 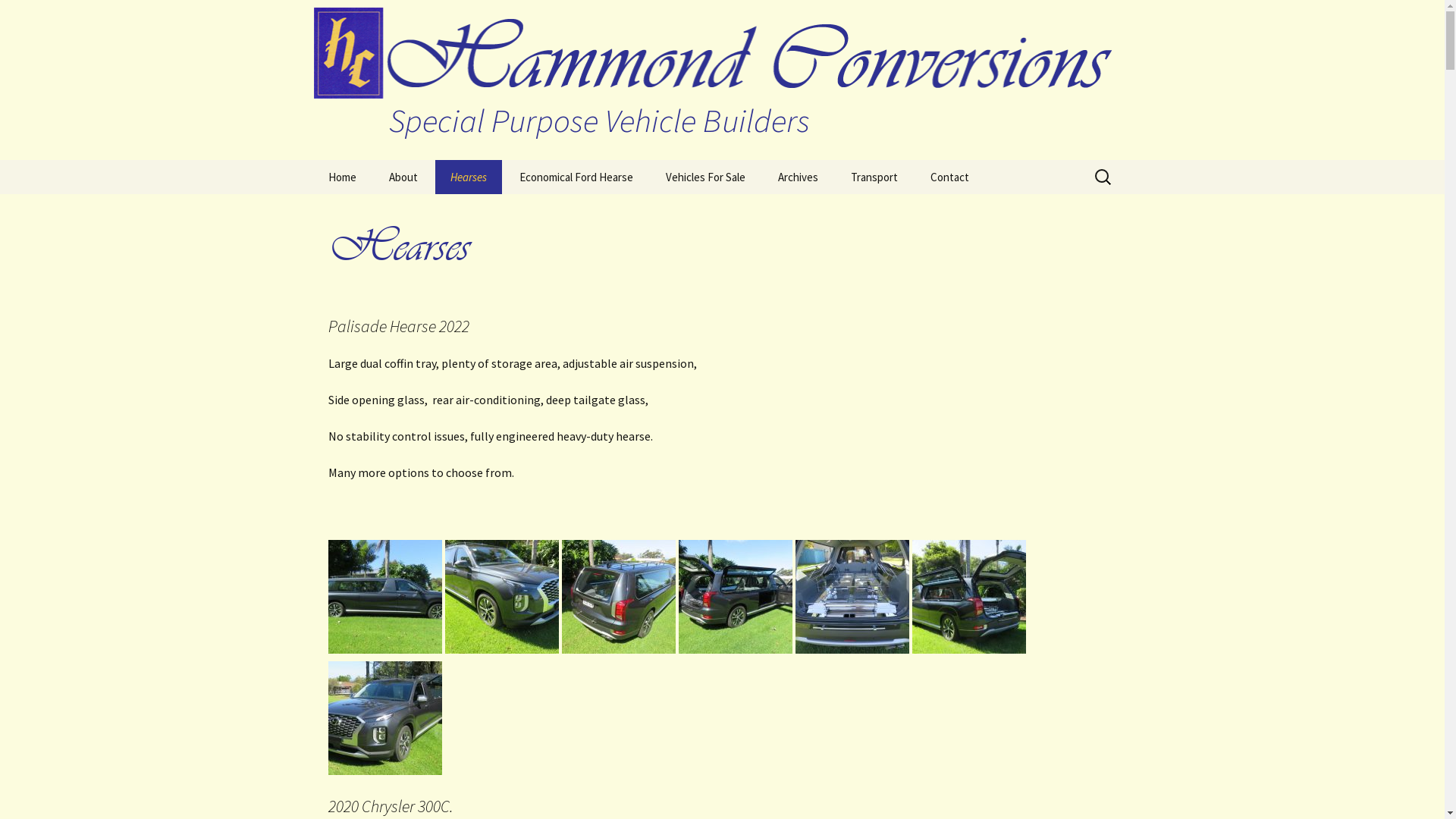 What do you see at coordinates (704, 176) in the screenshot?
I see `'Vehicles For Sale'` at bounding box center [704, 176].